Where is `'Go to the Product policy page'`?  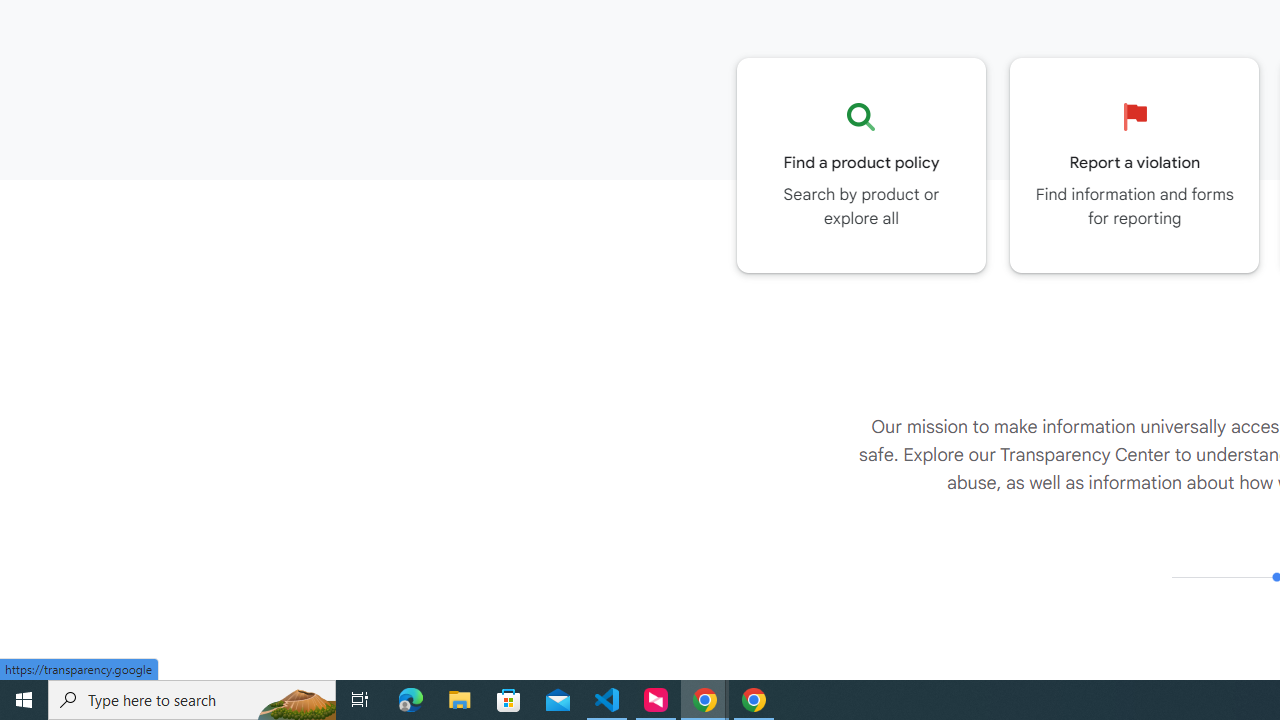 'Go to the Product policy page' is located at coordinates (861, 164).